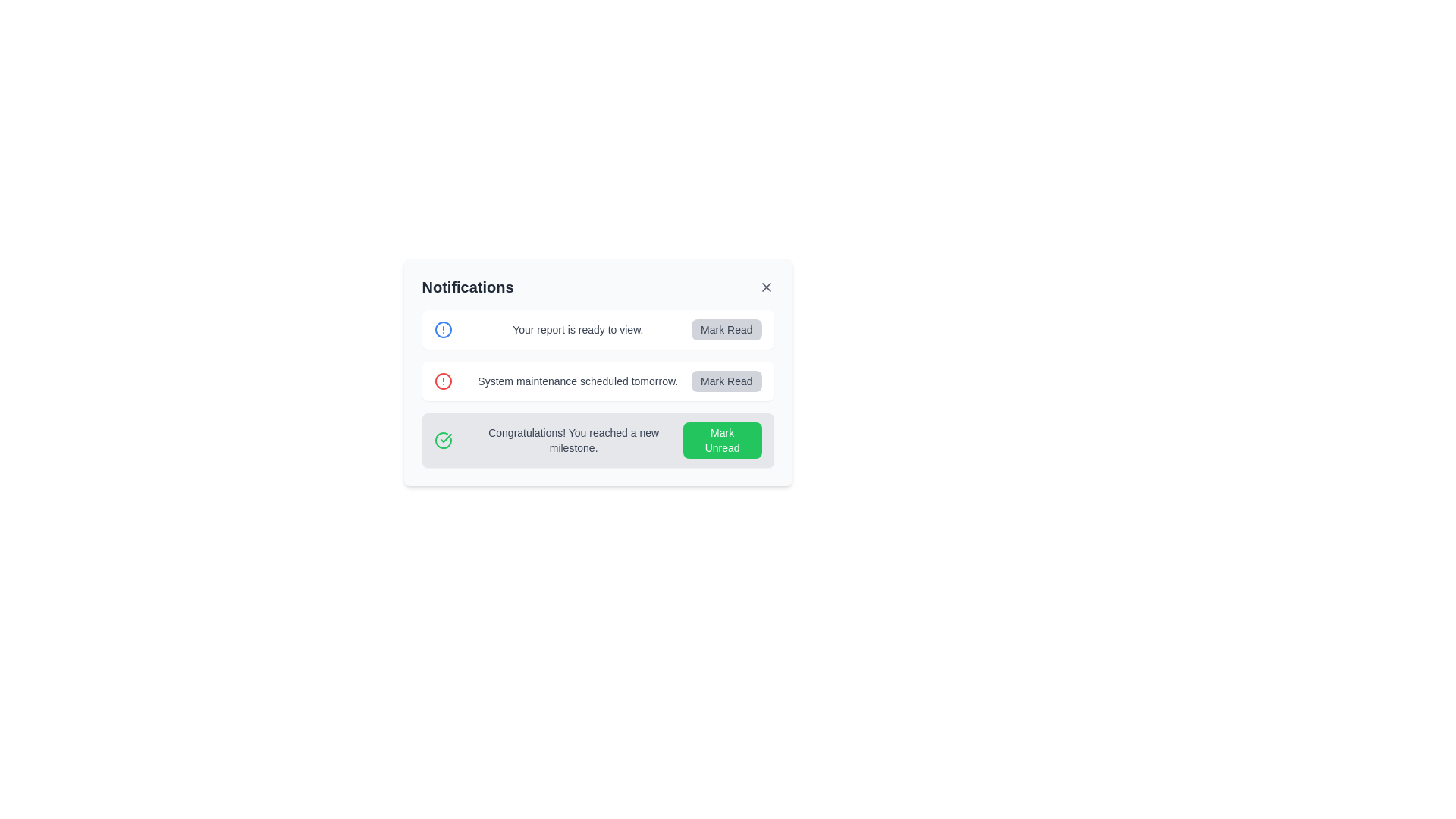 The image size is (1456, 819). Describe the element at coordinates (442, 329) in the screenshot. I see `the alert icon located to the left of the text 'Your report is ready` at that location.